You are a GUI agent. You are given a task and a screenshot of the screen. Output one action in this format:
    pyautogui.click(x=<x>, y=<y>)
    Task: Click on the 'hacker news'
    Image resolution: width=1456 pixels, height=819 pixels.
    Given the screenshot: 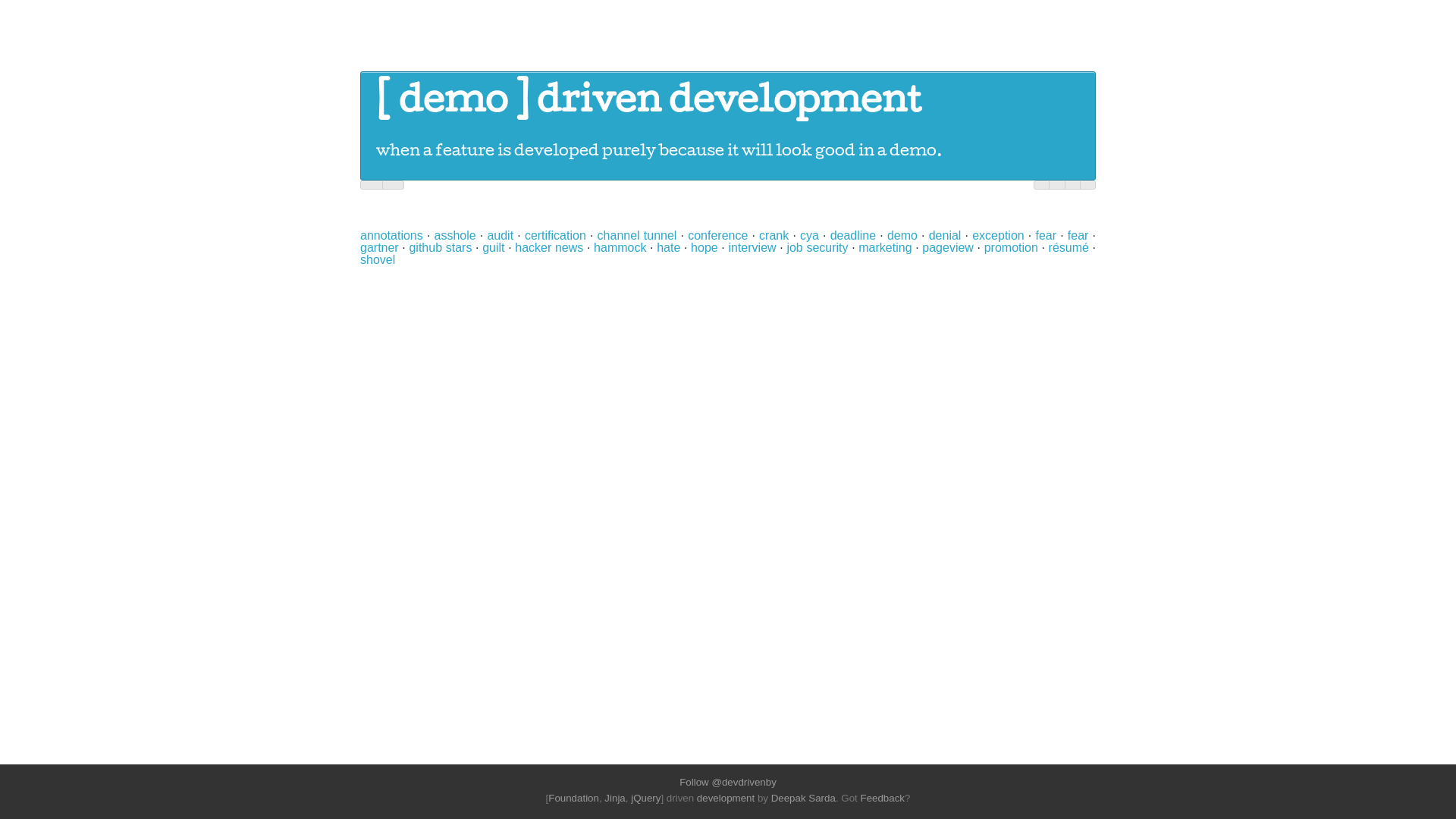 What is the action you would take?
    pyautogui.click(x=548, y=246)
    